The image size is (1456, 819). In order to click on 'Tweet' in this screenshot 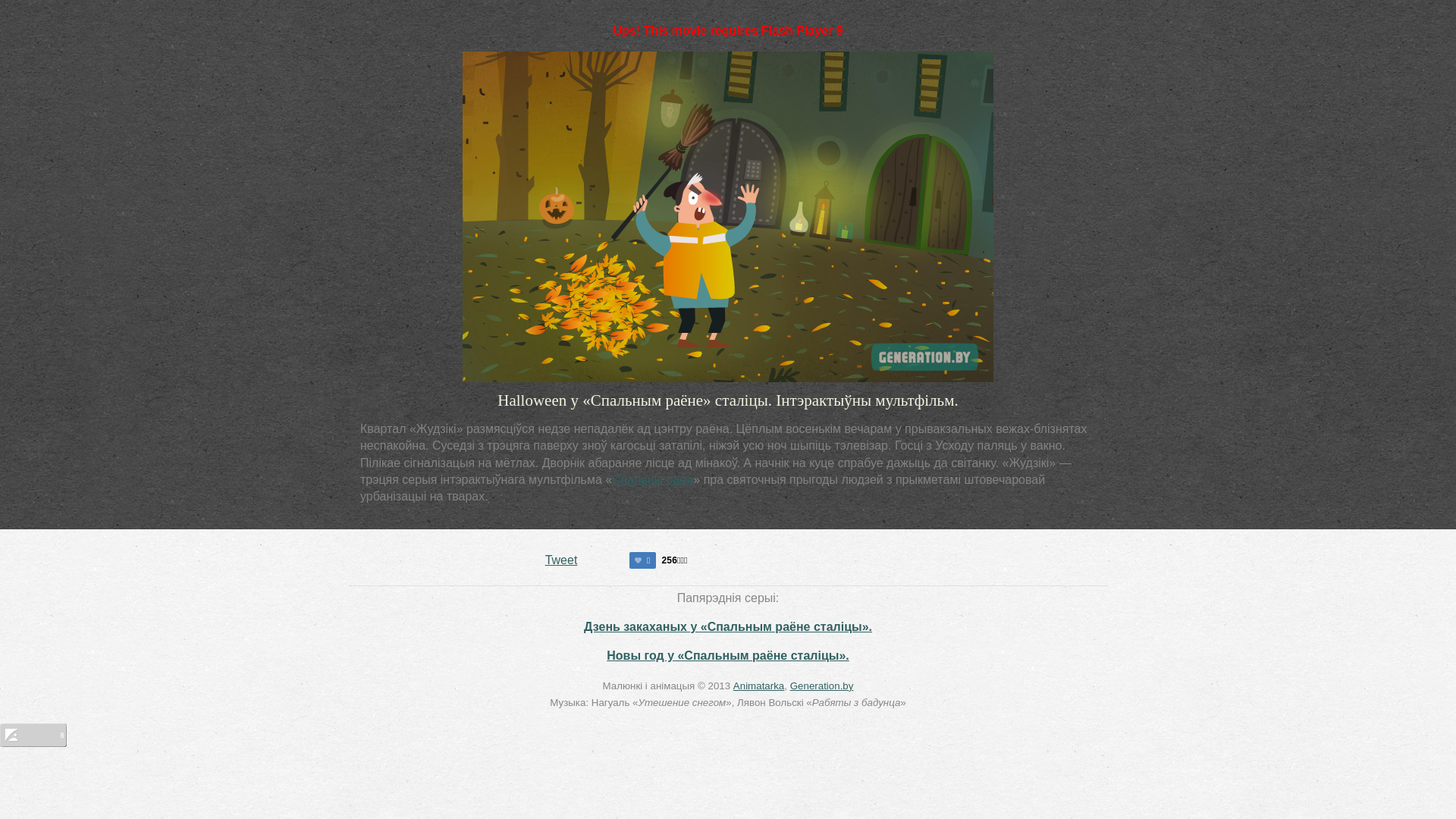, I will do `click(545, 560)`.